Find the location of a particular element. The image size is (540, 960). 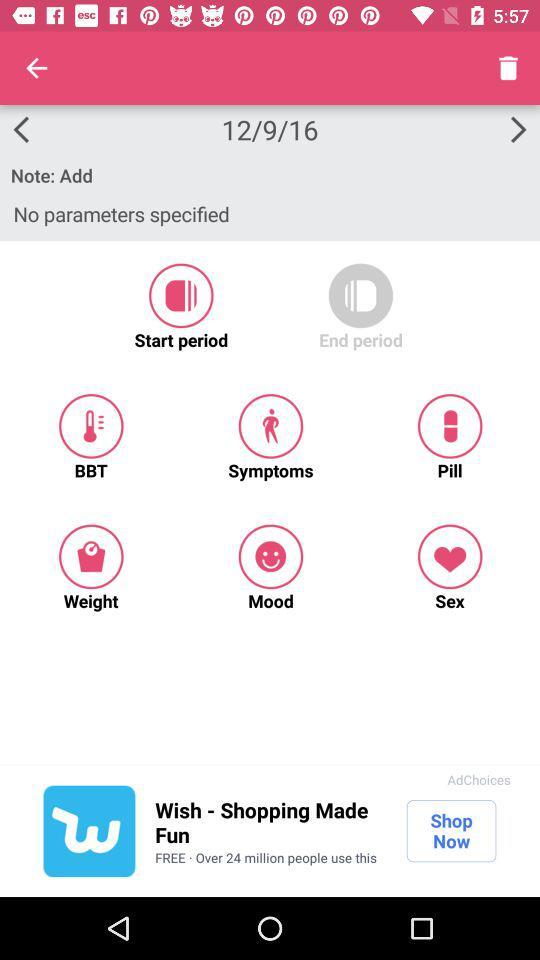

the icon above the free over 24 is located at coordinates (270, 822).